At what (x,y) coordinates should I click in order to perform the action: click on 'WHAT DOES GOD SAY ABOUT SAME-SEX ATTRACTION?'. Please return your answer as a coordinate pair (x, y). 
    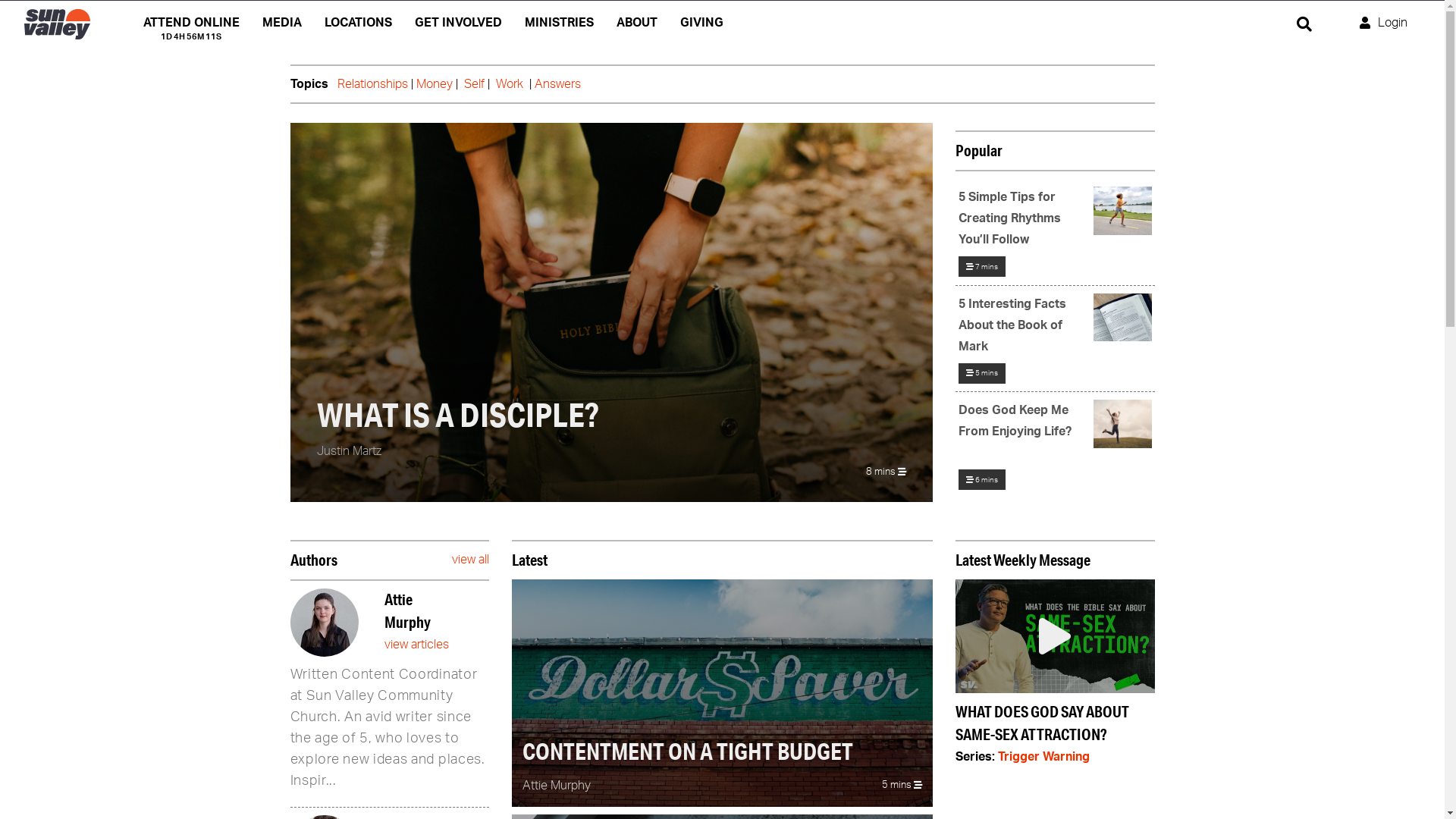
    Looking at the image, I should click on (1054, 670).